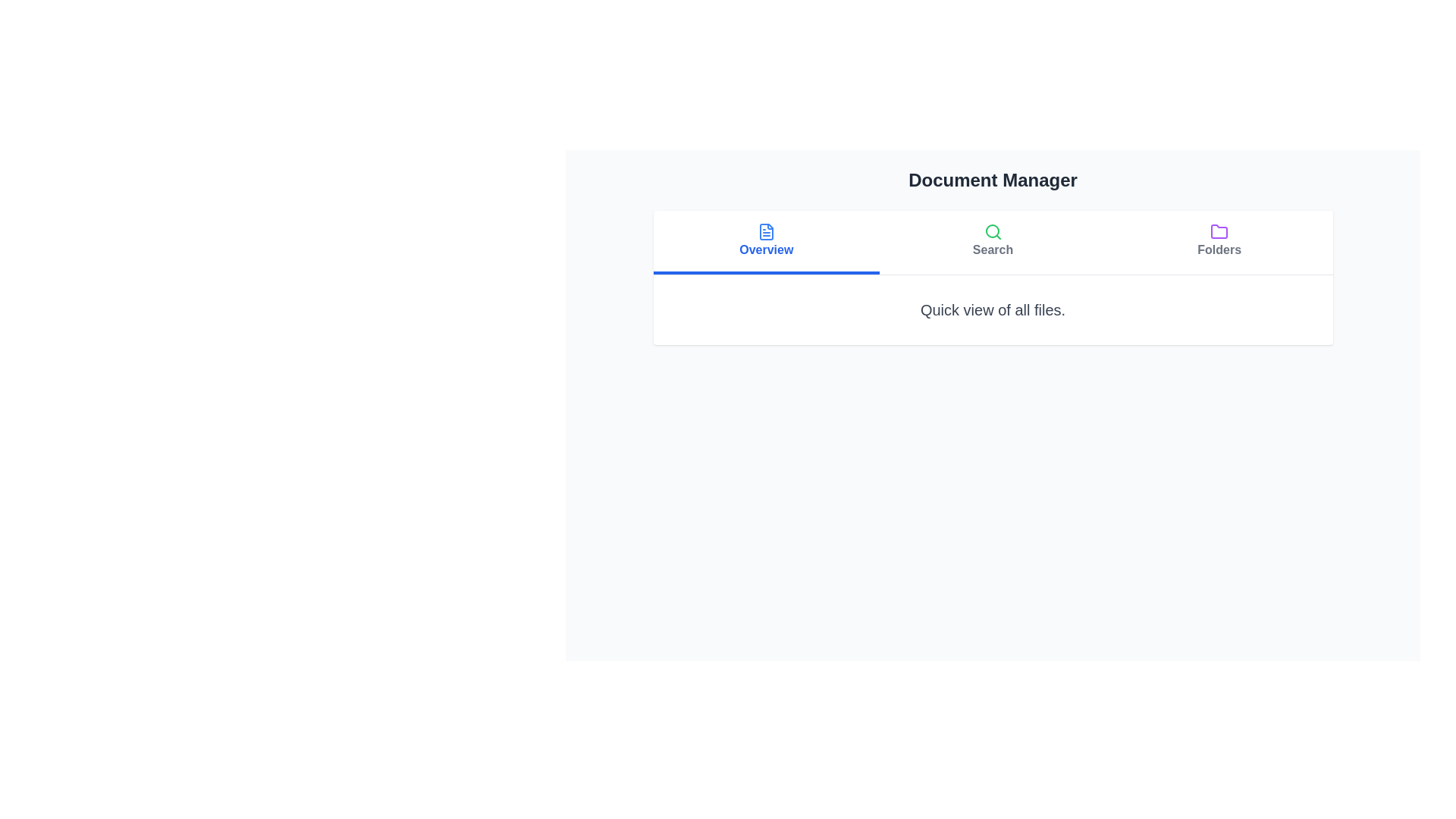 The width and height of the screenshot is (1456, 819). What do you see at coordinates (993, 231) in the screenshot?
I see `the circular green magnifying glass icon located in the 'Search' section below the 'Document Manager' header` at bounding box center [993, 231].